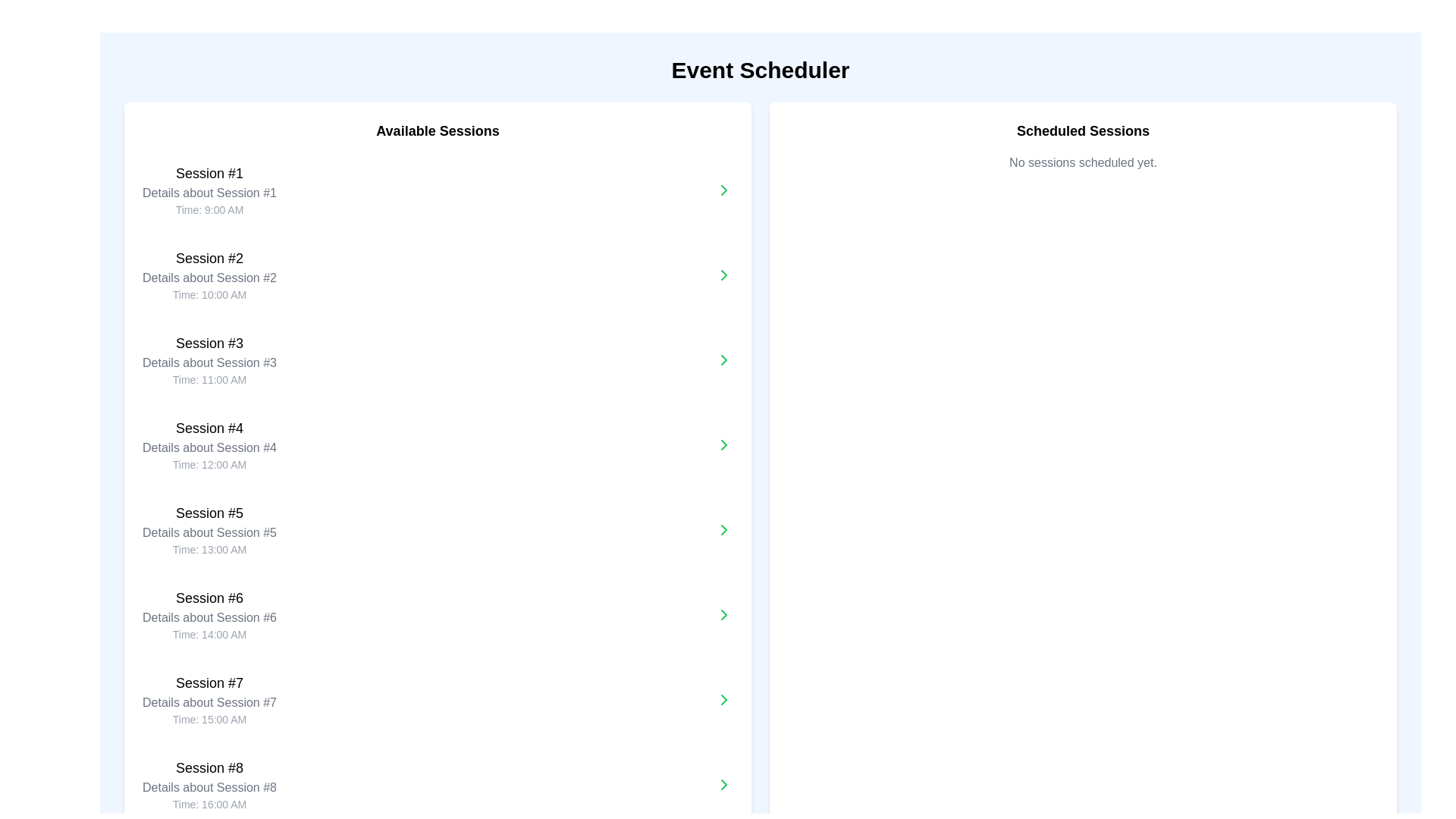  What do you see at coordinates (209, 529) in the screenshot?
I see `the 'Session #5' text block, which provides information about the session's title, details, and schedule time, located under the 'Available Sessions' section` at bounding box center [209, 529].